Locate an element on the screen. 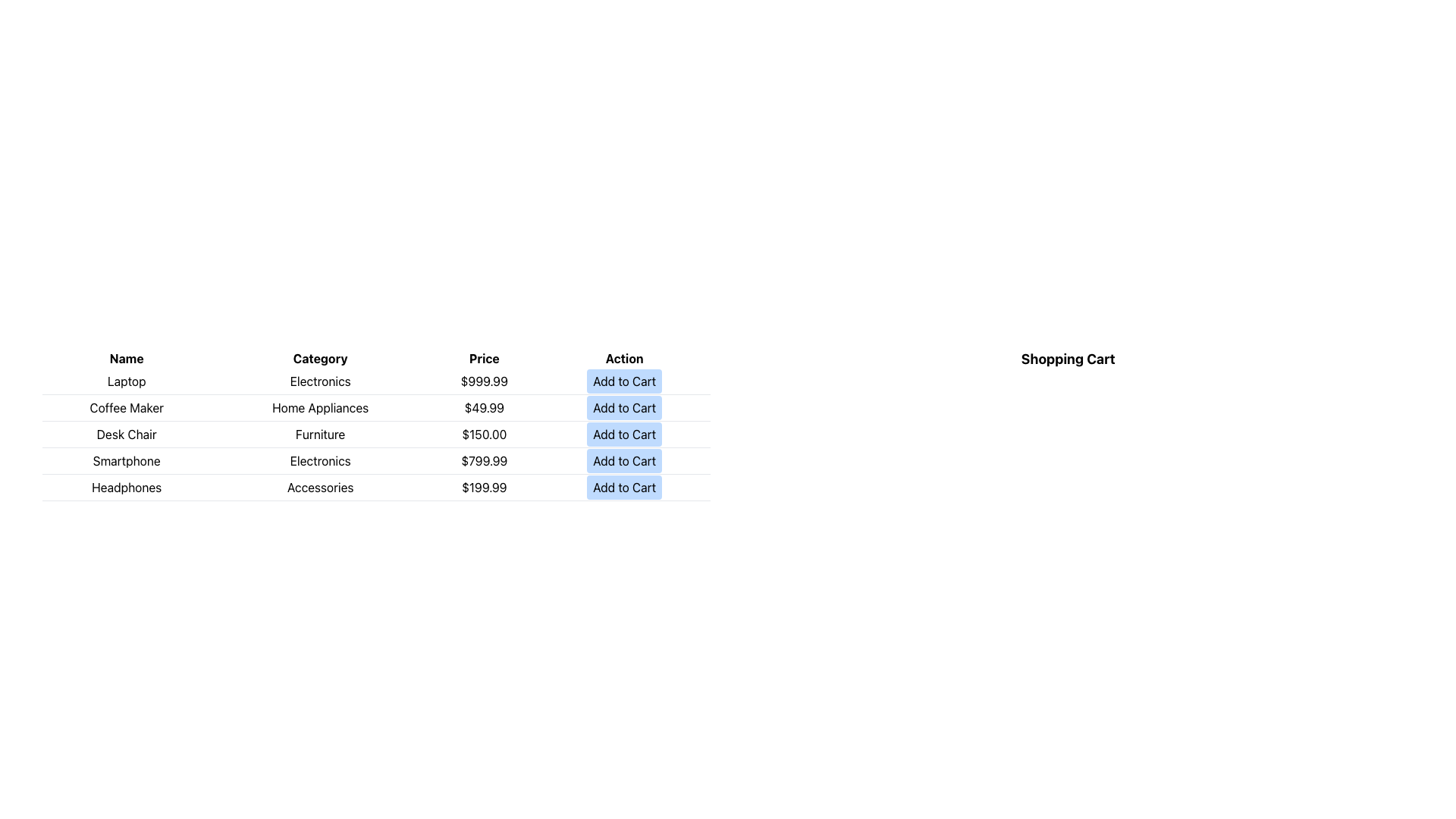  the static text label indicating the product category 'Coffee Maker', located in the second column under the 'Category' header and in the second row of the table is located at coordinates (319, 406).